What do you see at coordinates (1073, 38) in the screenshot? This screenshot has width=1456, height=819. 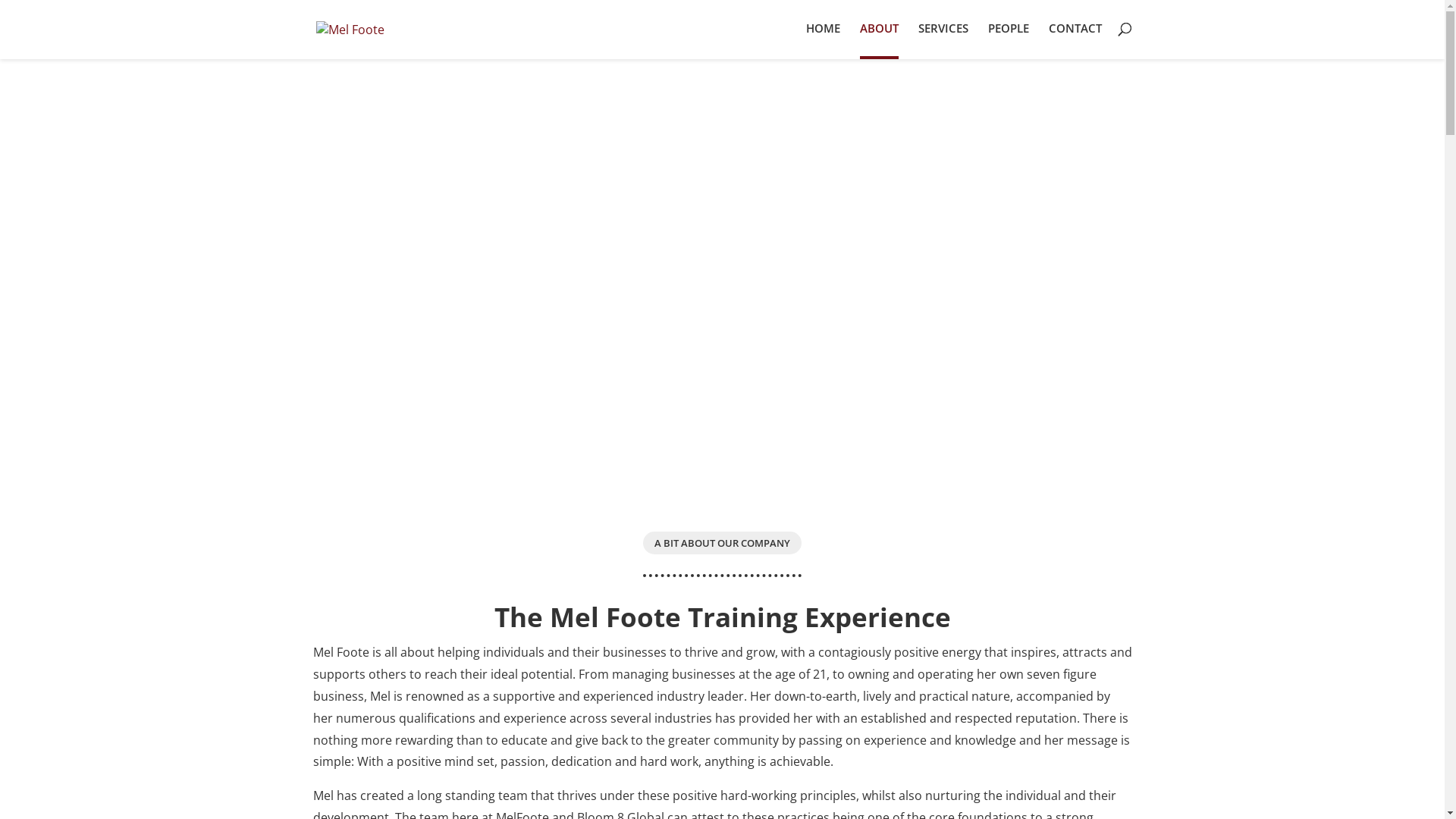 I see `'CONTACT'` at bounding box center [1073, 38].